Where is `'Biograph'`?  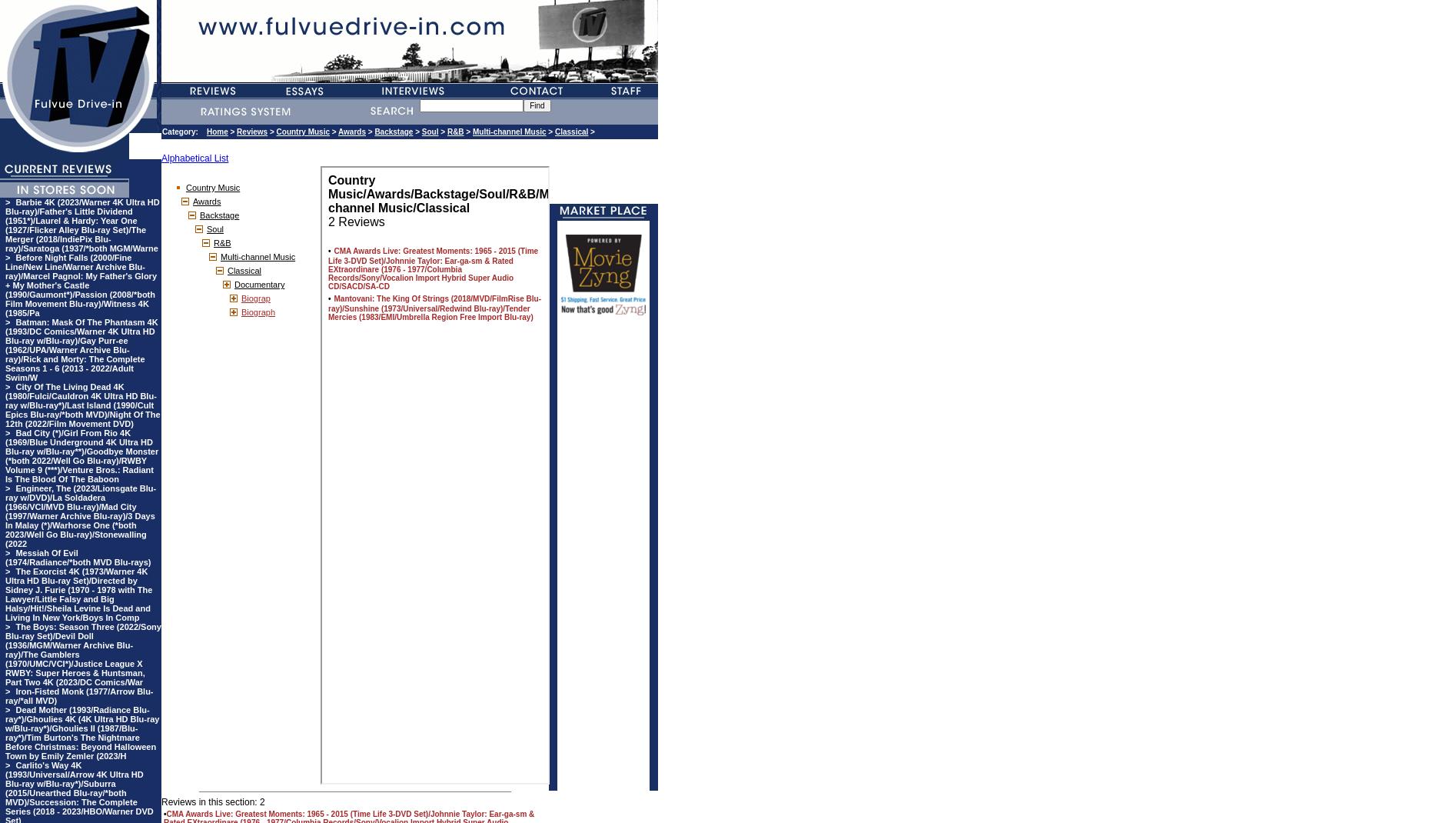
'Biograph' is located at coordinates (257, 311).